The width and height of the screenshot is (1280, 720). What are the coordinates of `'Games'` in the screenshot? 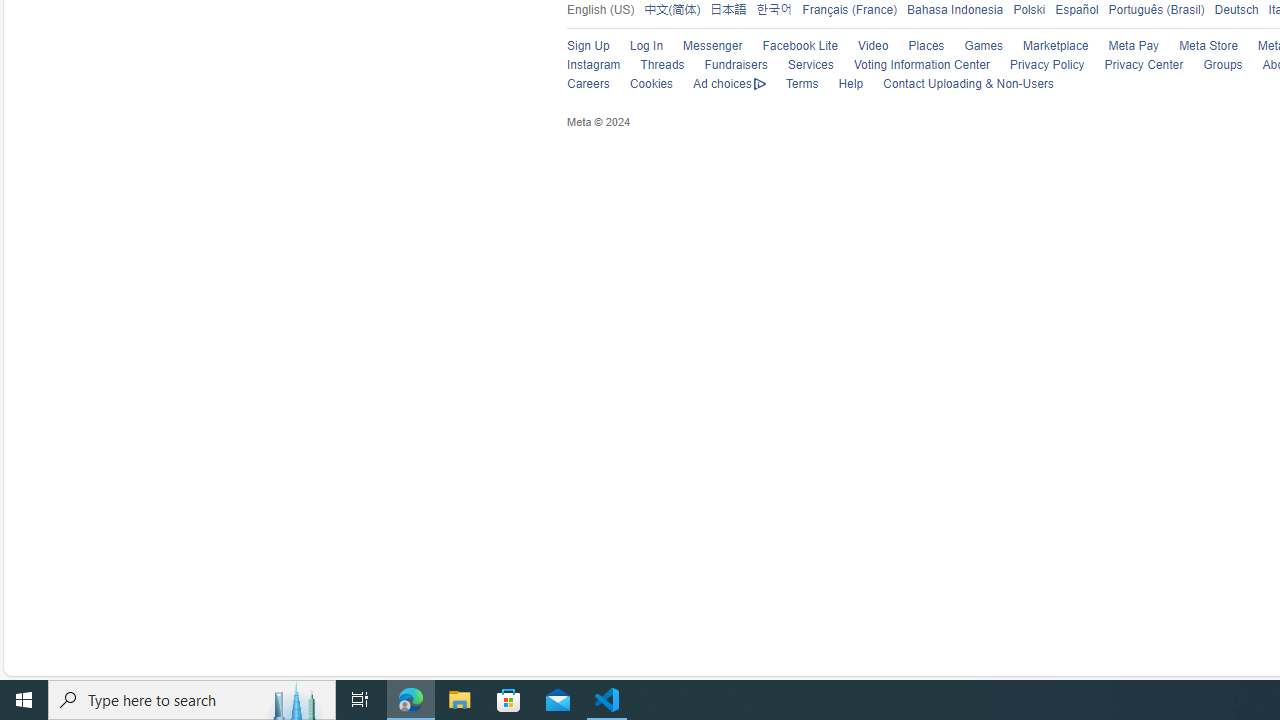 It's located at (974, 45).